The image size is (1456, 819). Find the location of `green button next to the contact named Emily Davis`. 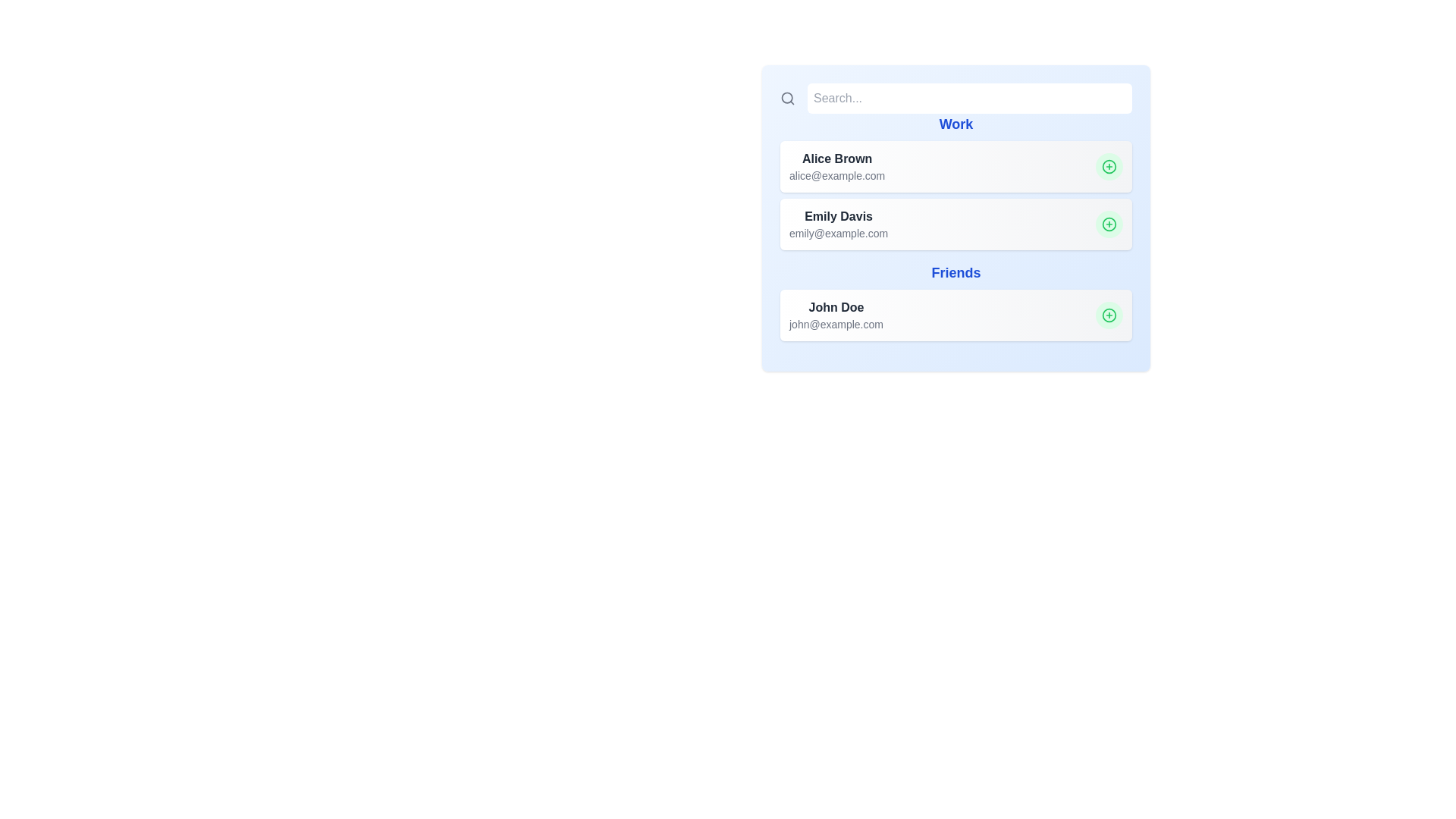

green button next to the contact named Emily Davis is located at coordinates (1109, 224).